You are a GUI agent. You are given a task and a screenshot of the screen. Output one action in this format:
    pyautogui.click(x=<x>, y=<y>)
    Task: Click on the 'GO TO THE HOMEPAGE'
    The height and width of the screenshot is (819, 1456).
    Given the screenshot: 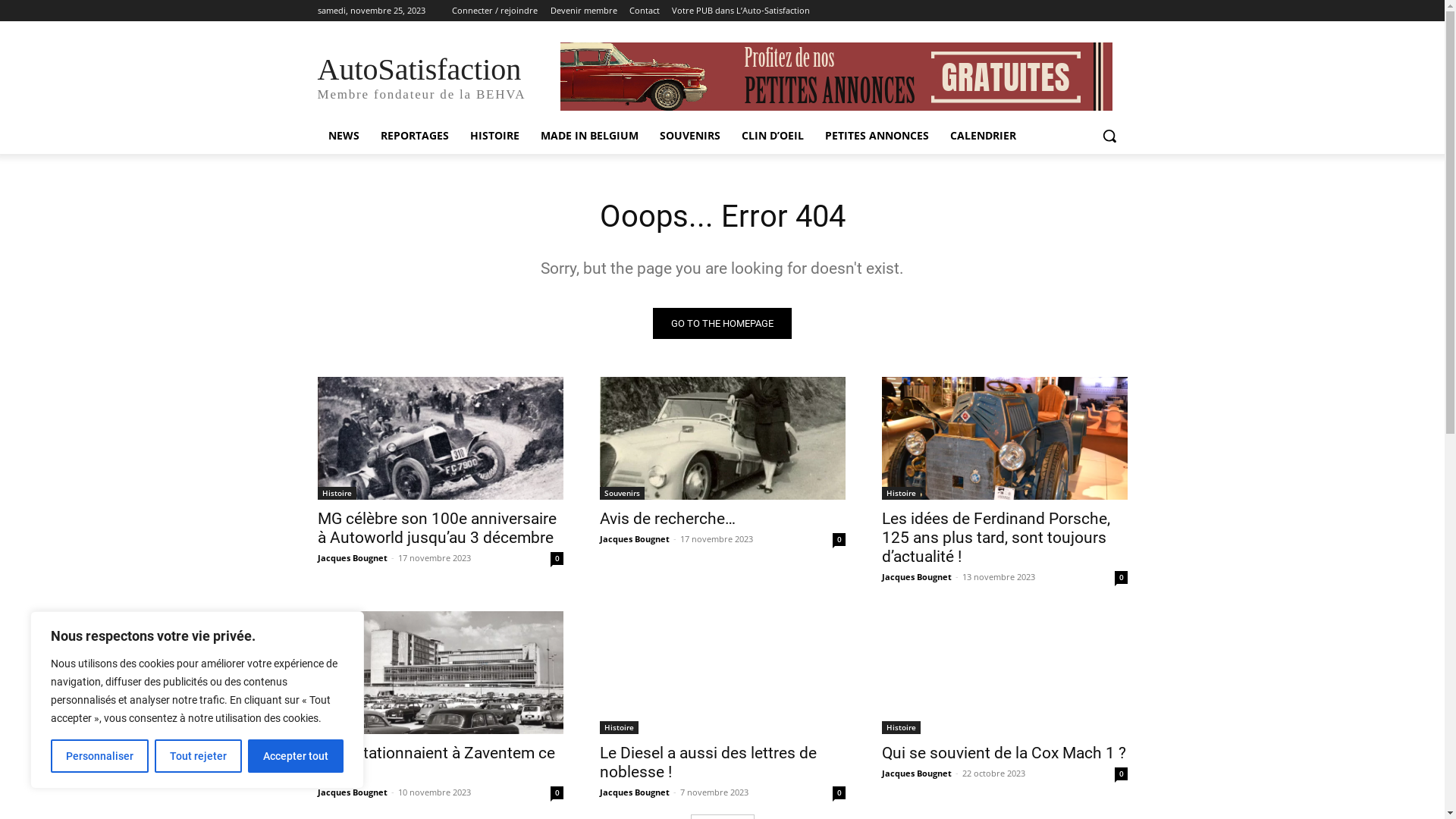 What is the action you would take?
    pyautogui.click(x=652, y=322)
    